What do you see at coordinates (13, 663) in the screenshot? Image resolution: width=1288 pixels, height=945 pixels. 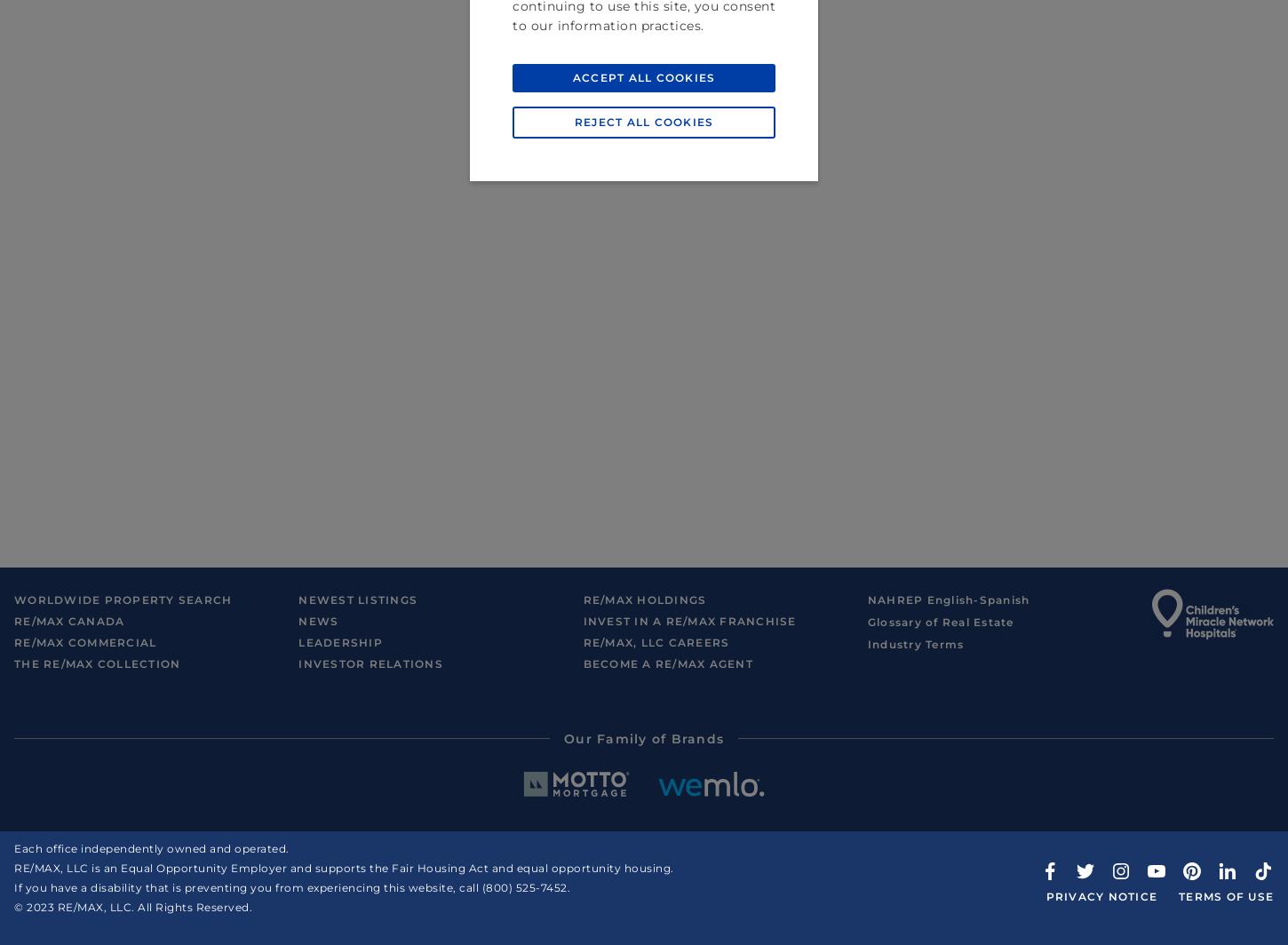 I see `'The RE/MAX Collection'` at bounding box center [13, 663].